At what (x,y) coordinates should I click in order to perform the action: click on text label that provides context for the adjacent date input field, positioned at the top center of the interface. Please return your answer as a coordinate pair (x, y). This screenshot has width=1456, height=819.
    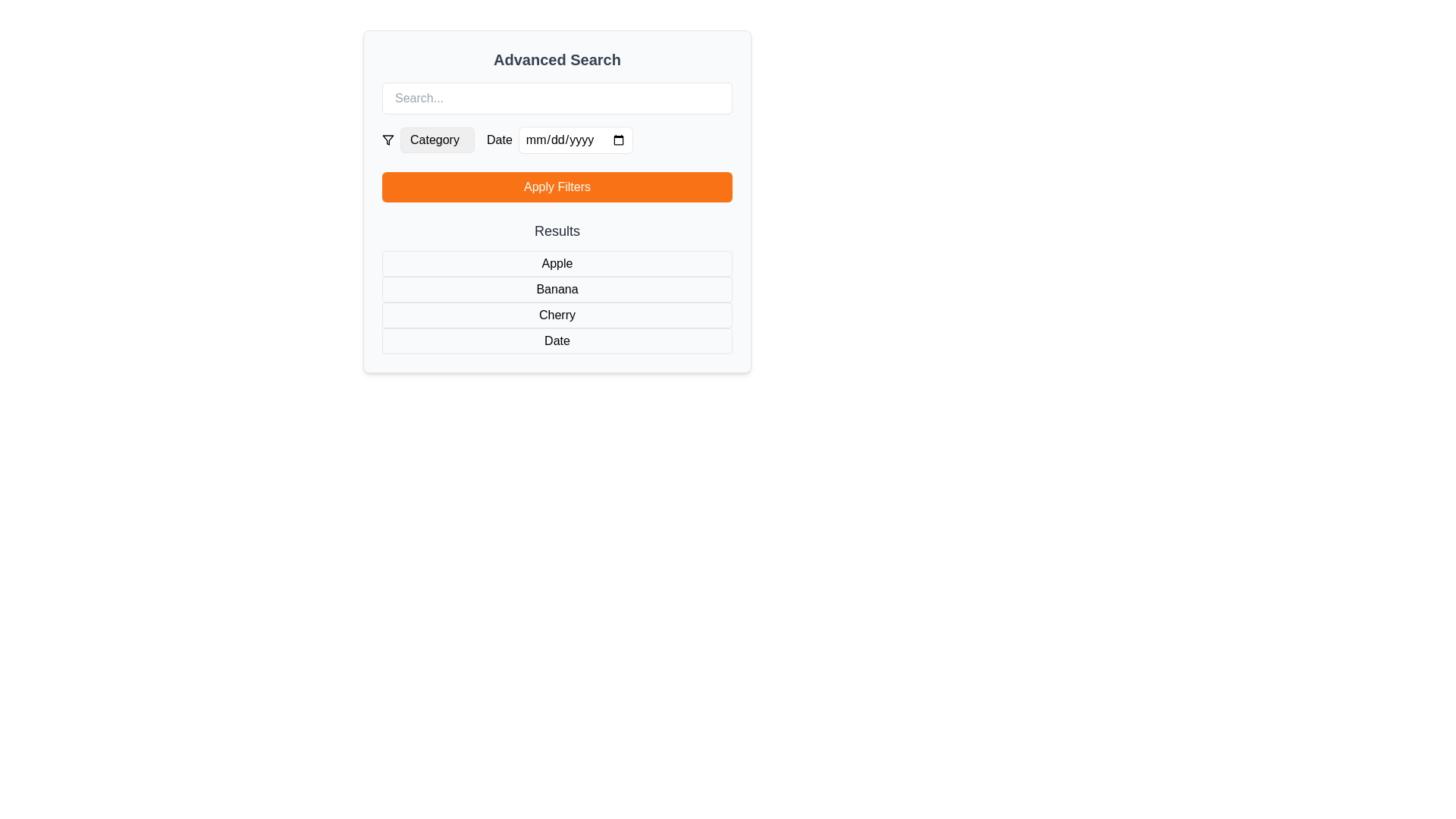
    Looking at the image, I should click on (559, 140).